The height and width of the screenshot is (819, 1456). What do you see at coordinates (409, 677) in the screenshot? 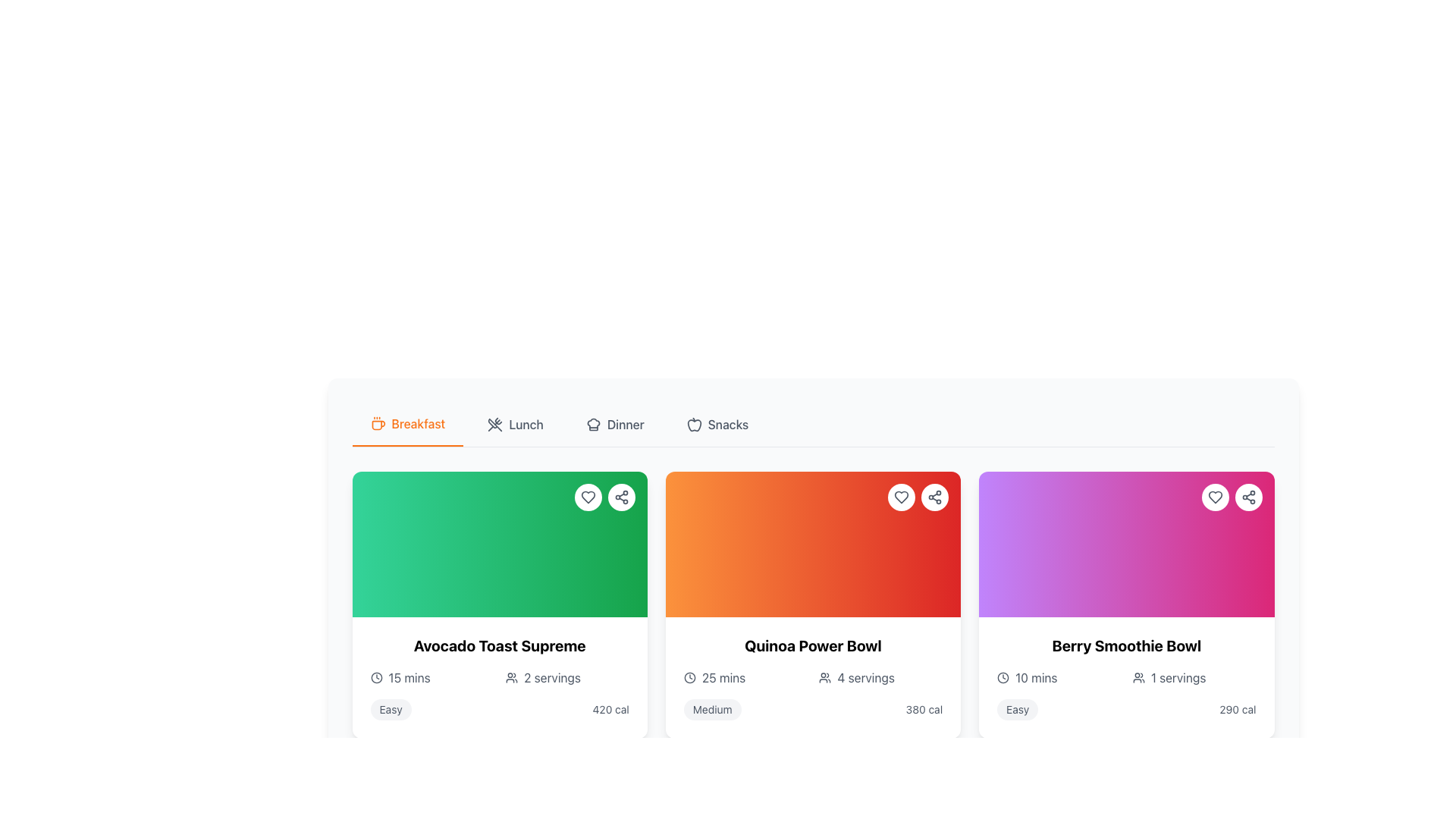
I see `the text label displaying '15 mins' located in the bottom-left section of the card for the 'Avocado Toast Supreme' recipe, which is aligned with other information like servings and calorie count` at bounding box center [409, 677].